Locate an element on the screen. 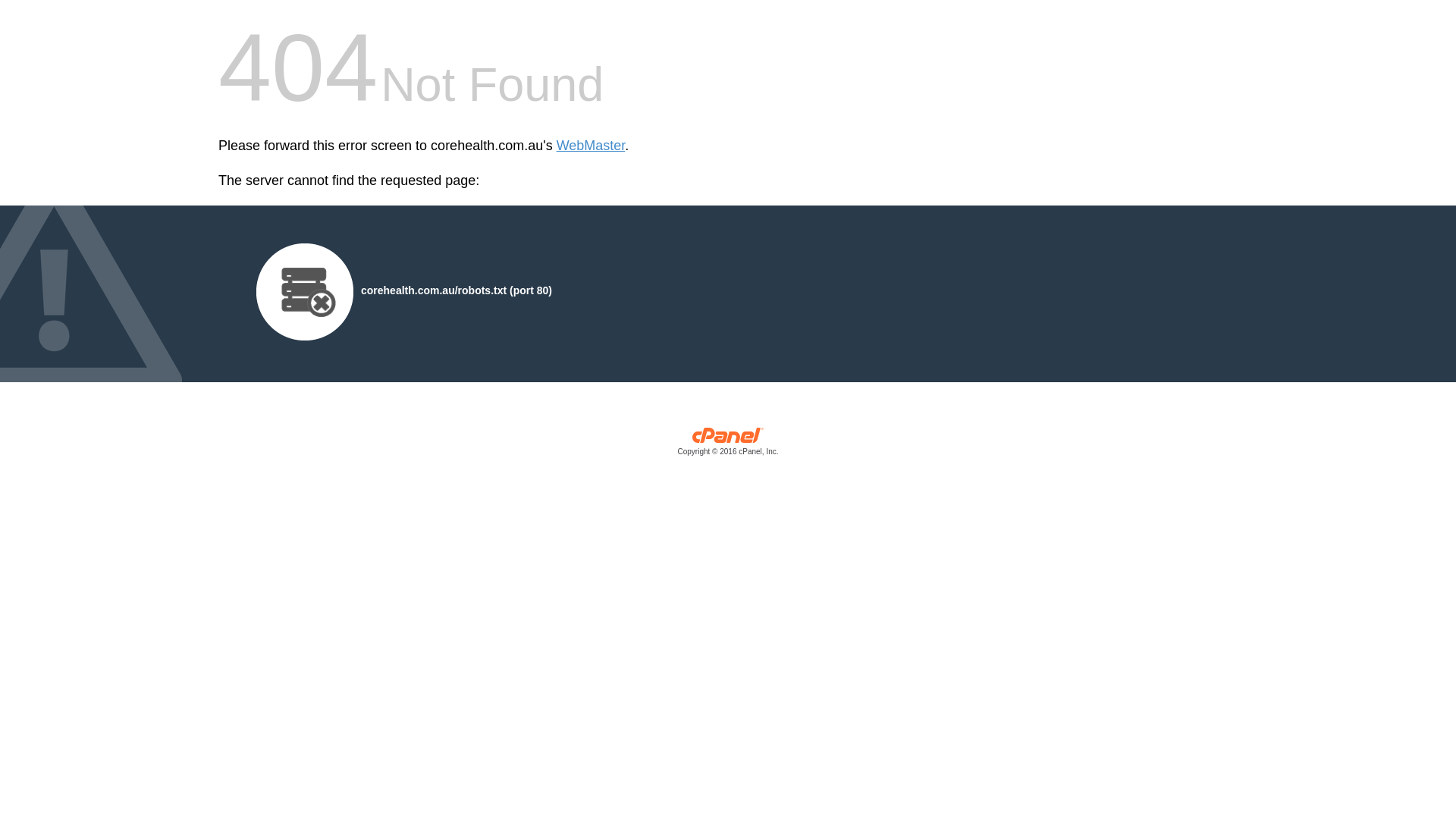 This screenshot has width=1456, height=819. 'WebMaster' is located at coordinates (590, 146).